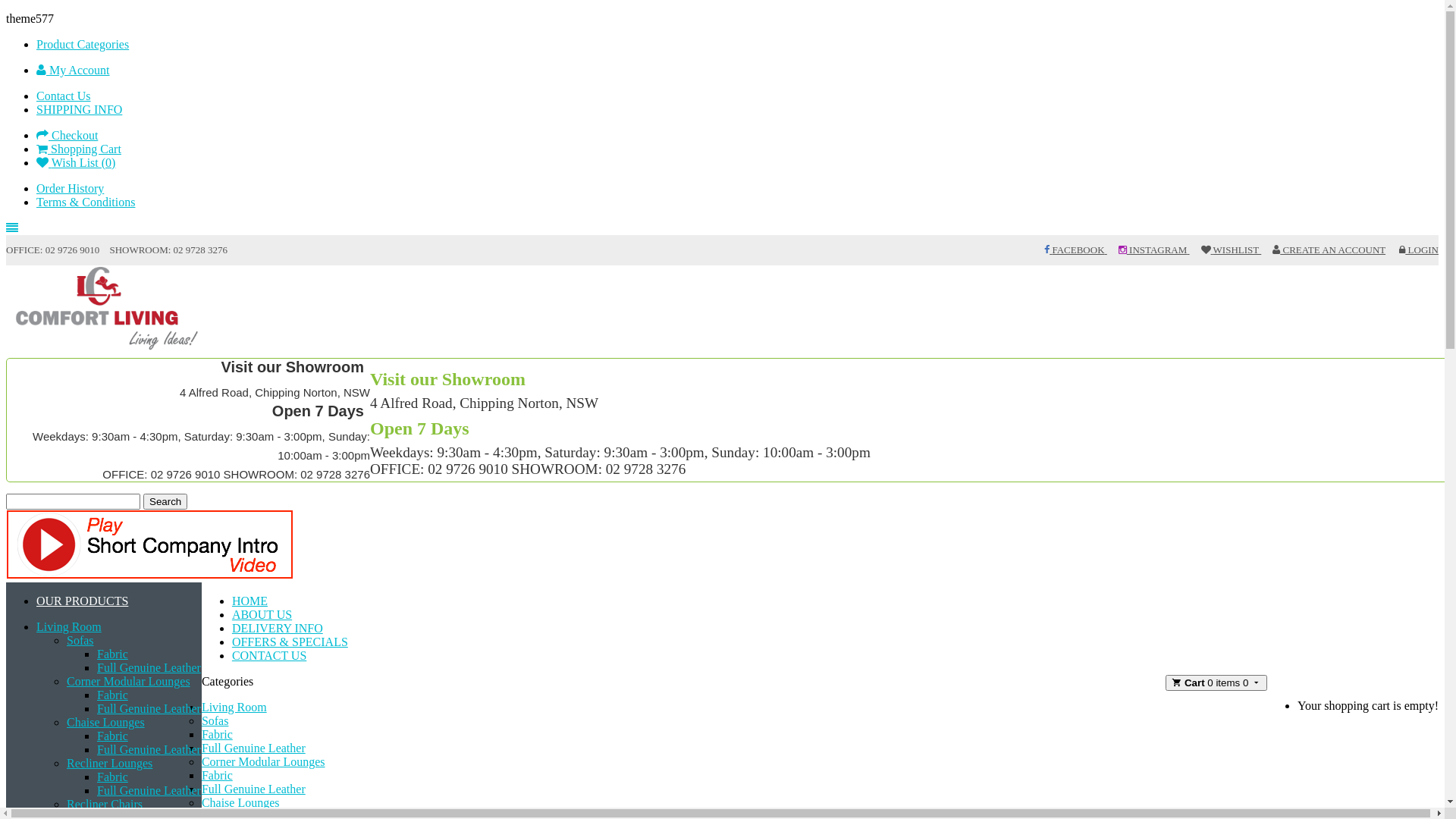  Describe the element at coordinates (79, 640) in the screenshot. I see `'Sofas'` at that location.